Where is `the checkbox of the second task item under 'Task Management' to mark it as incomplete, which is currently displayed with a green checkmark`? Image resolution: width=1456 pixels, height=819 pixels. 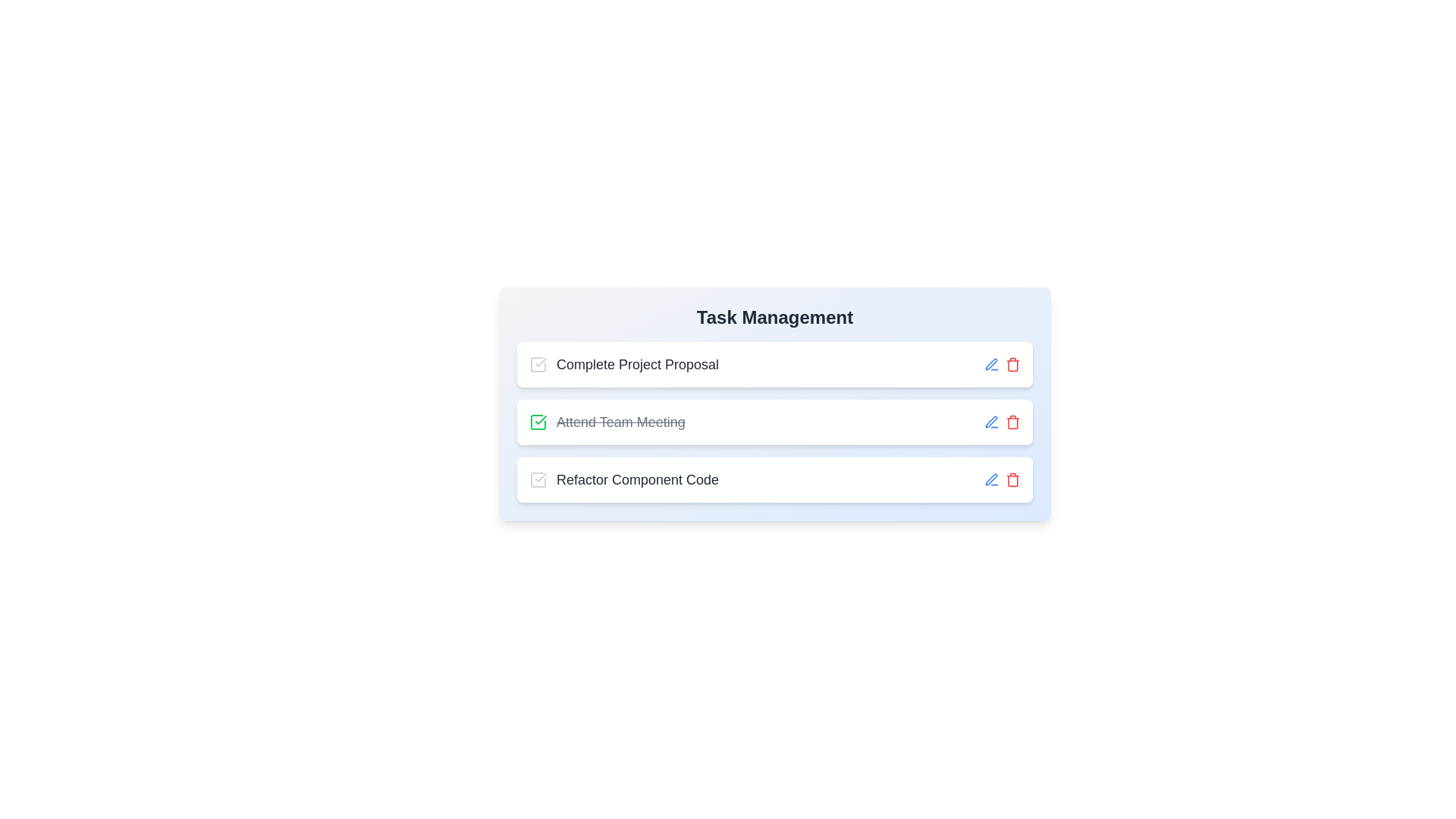
the checkbox of the second task item under 'Task Management' to mark it as incomplete, which is currently displayed with a green checkmark is located at coordinates (775, 403).